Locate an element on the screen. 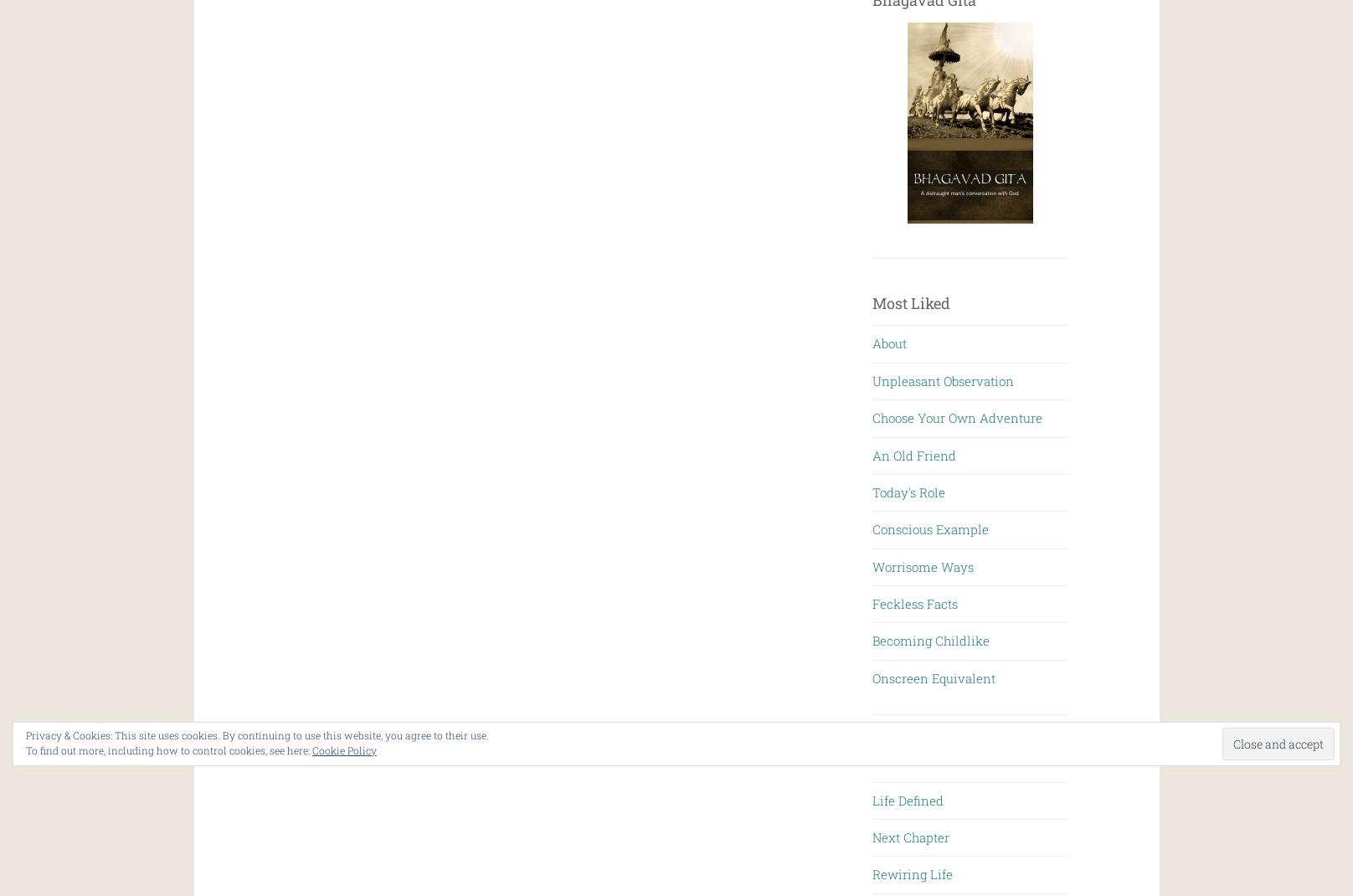 This screenshot has height=896, width=1353. 'Life Defined' is located at coordinates (872, 798).